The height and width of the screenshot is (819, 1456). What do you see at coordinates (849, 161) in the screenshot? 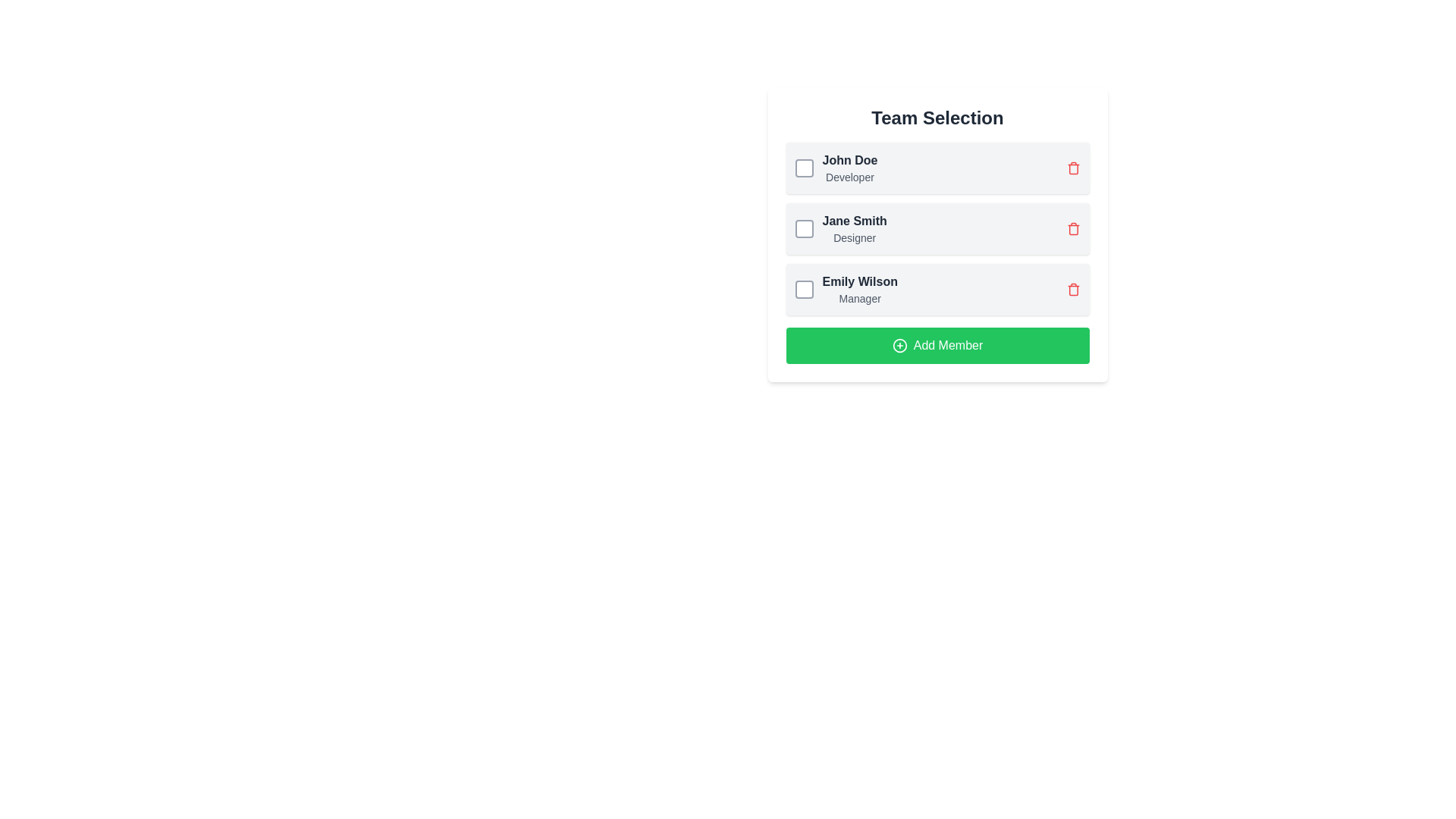
I see `the text label that reads 'John Doe', which is styled with a bold font and dark color, located at the top of a list item in the 'Team Selection' section` at bounding box center [849, 161].